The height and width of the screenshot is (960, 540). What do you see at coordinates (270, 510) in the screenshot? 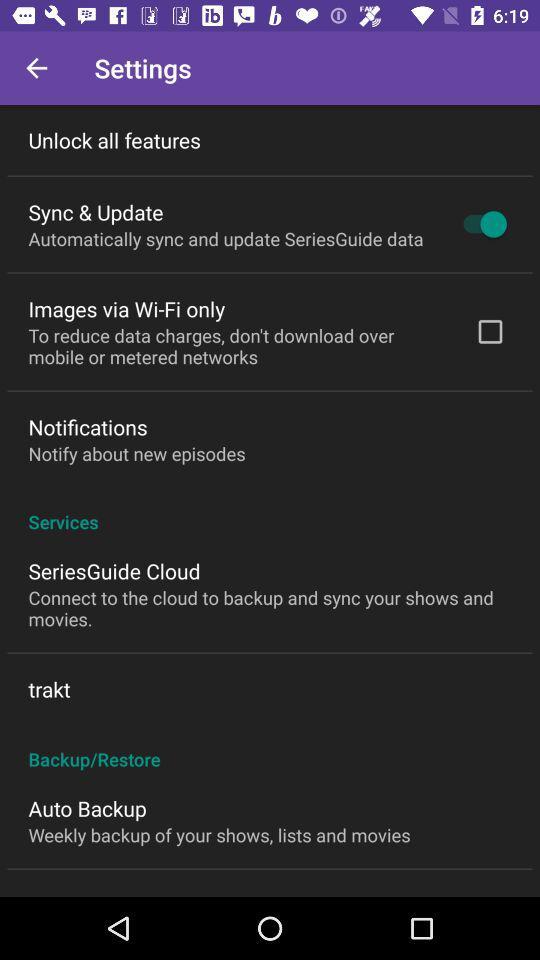
I see `the item above seriesguide cloud item` at bounding box center [270, 510].